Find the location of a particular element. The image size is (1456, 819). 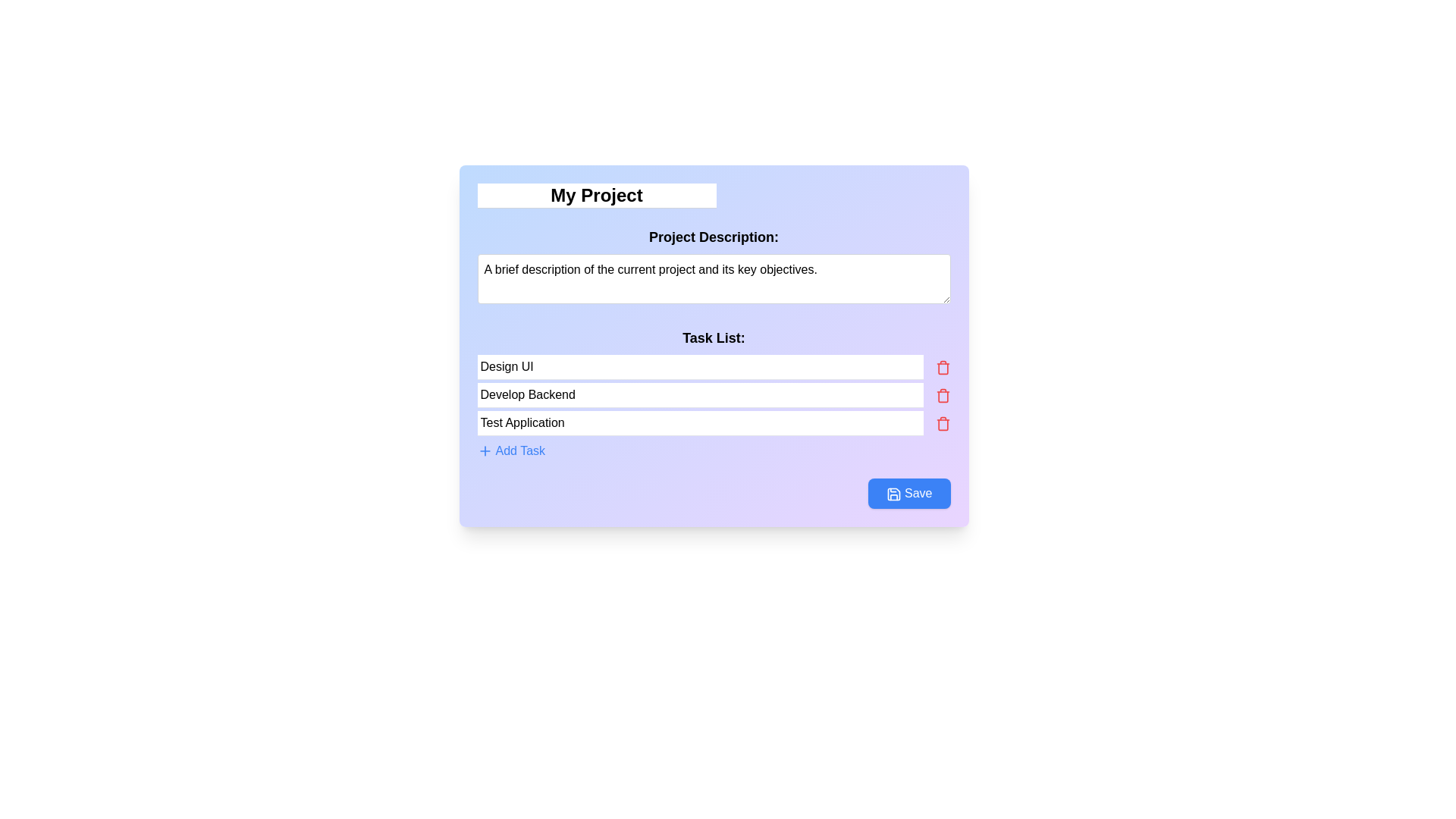

the text label reading 'Task List:' which is styled in bold and larger font, located centrally above the task list is located at coordinates (713, 337).